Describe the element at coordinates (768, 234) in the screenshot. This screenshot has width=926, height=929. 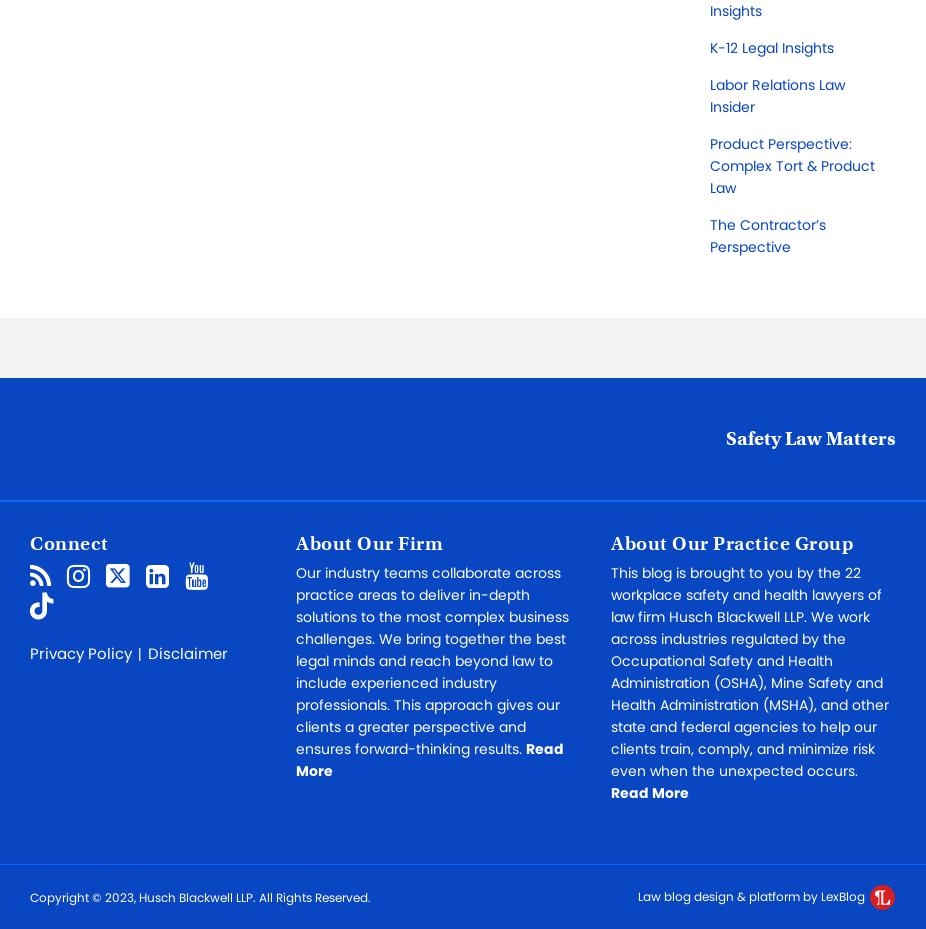
I see `'The Contractor’s Perspective'` at that location.